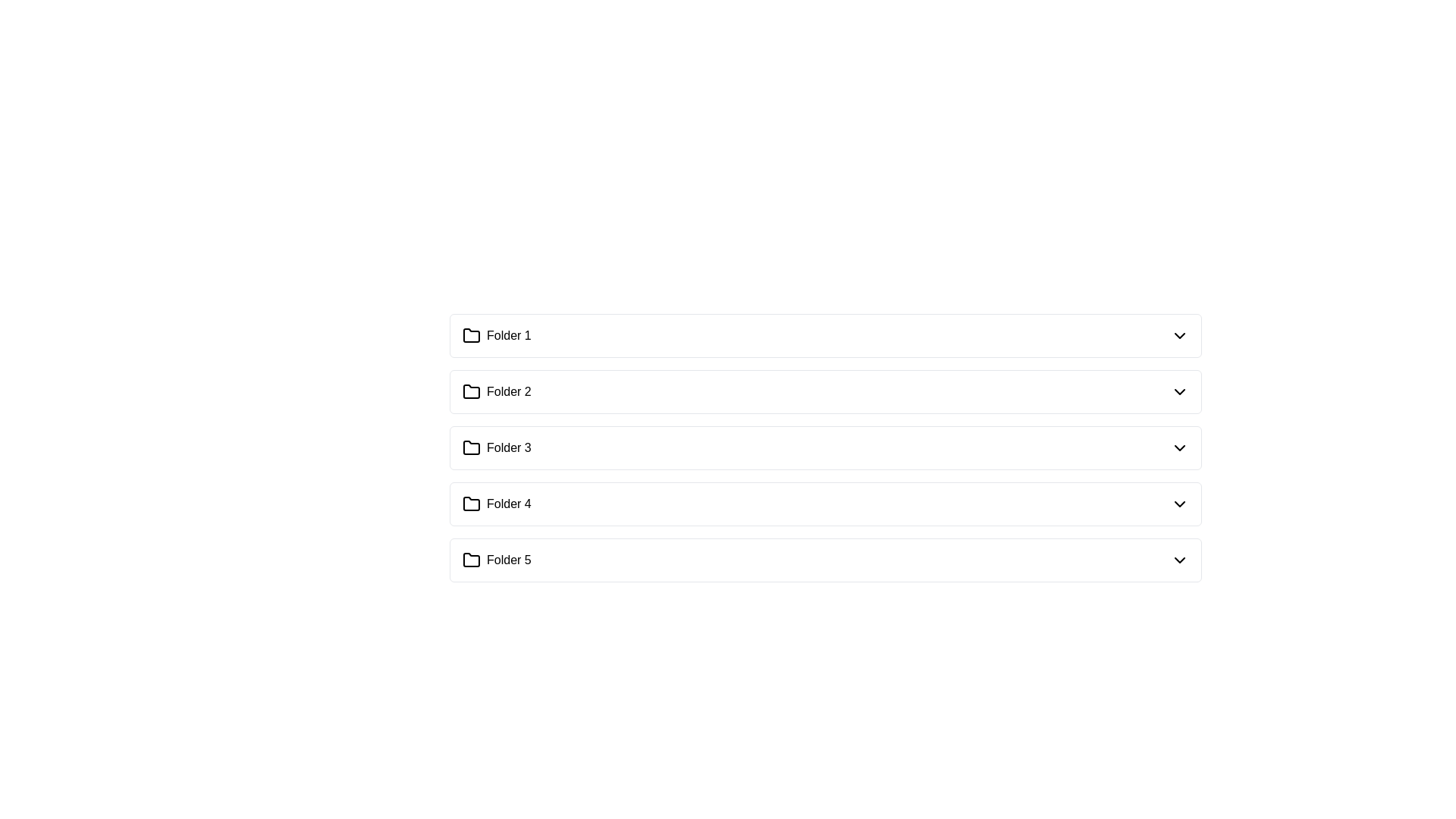  What do you see at coordinates (825, 391) in the screenshot?
I see `the list item for 'Folder 2'` at bounding box center [825, 391].